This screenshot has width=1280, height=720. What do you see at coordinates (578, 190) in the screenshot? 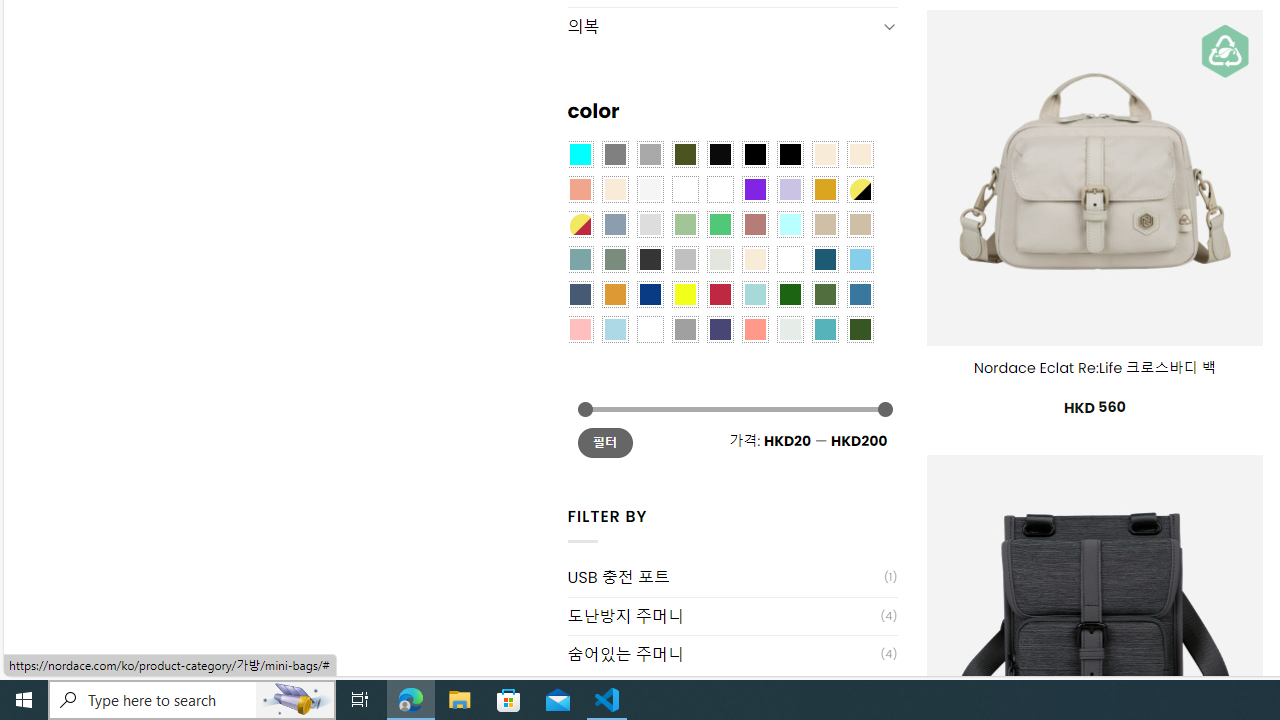
I see `'Coral'` at bounding box center [578, 190].